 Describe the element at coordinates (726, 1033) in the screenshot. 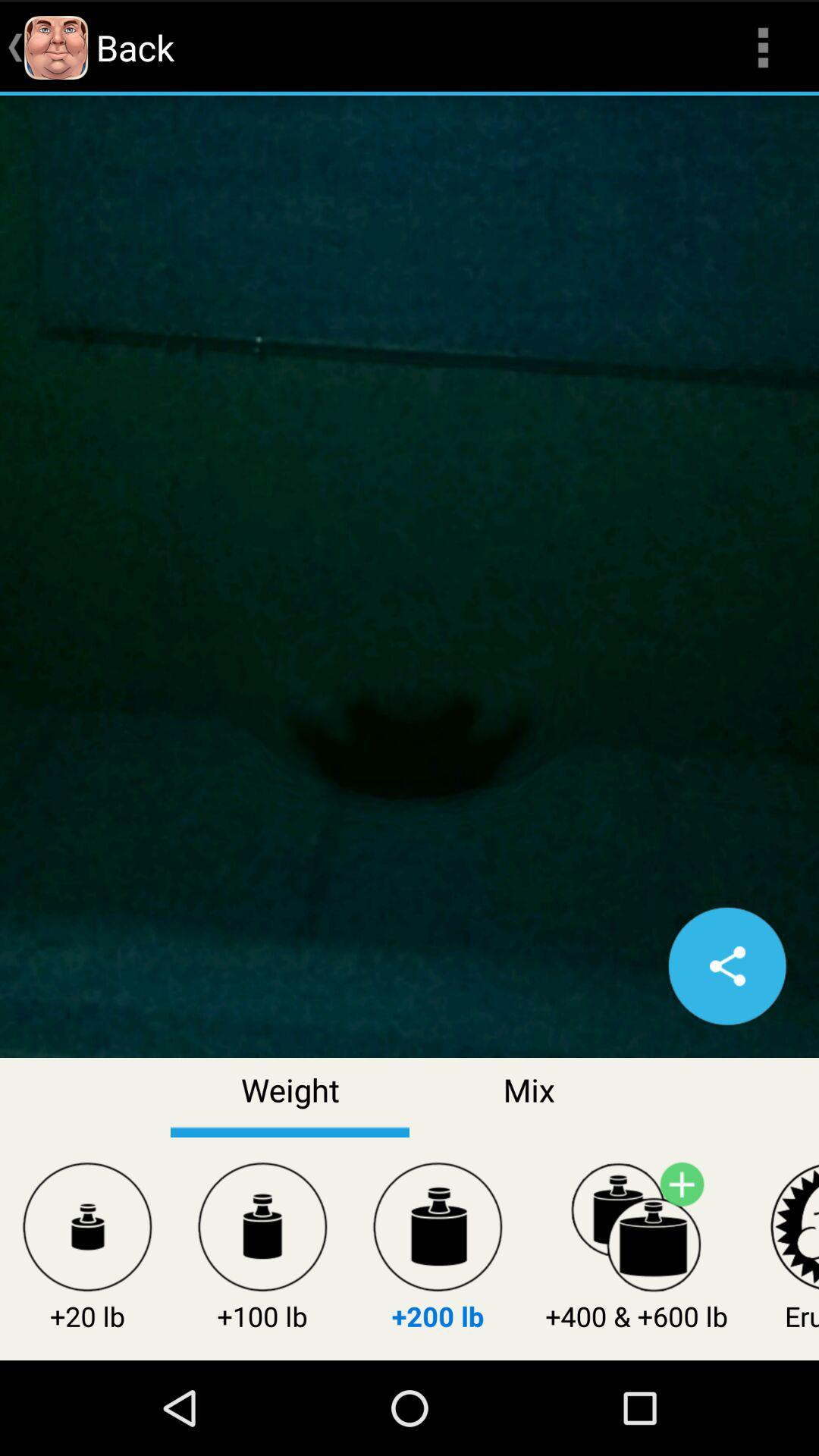

I see `the share icon` at that location.